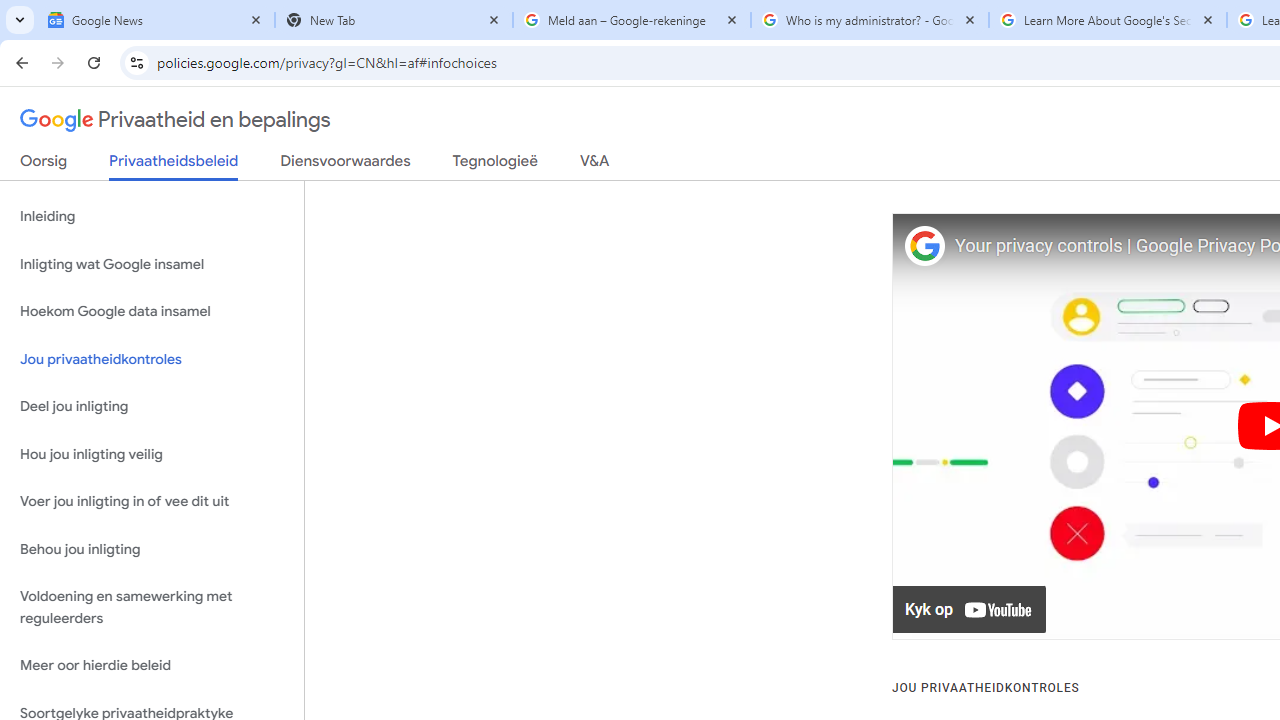 This screenshot has height=720, width=1280. Describe the element at coordinates (151, 549) in the screenshot. I see `'Behou jou inligting'` at that location.